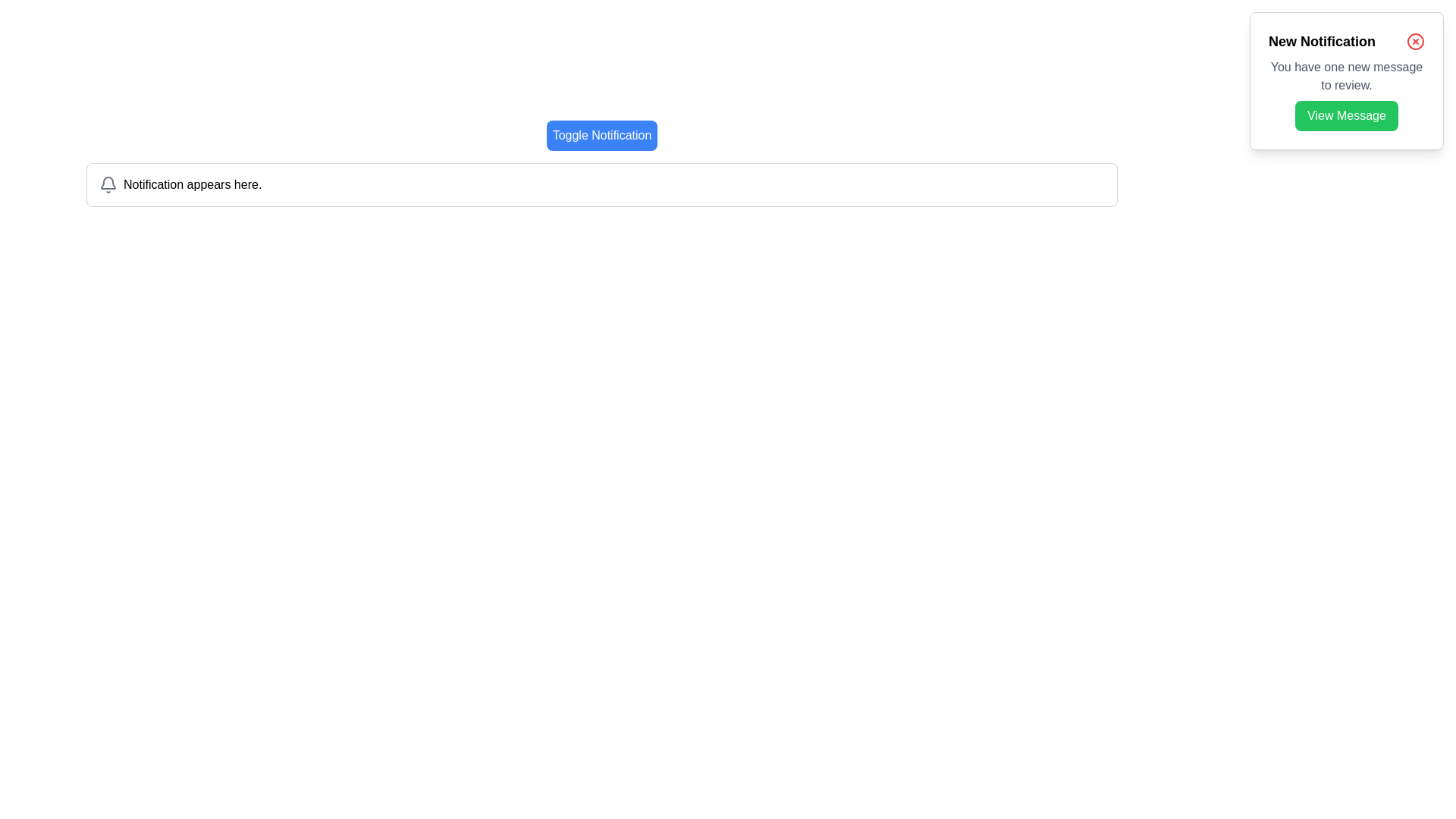 The image size is (1456, 819). What do you see at coordinates (1347, 40) in the screenshot?
I see `the 'New Notification' text label which is styled in bold and large font, located at the top right of the notification card` at bounding box center [1347, 40].